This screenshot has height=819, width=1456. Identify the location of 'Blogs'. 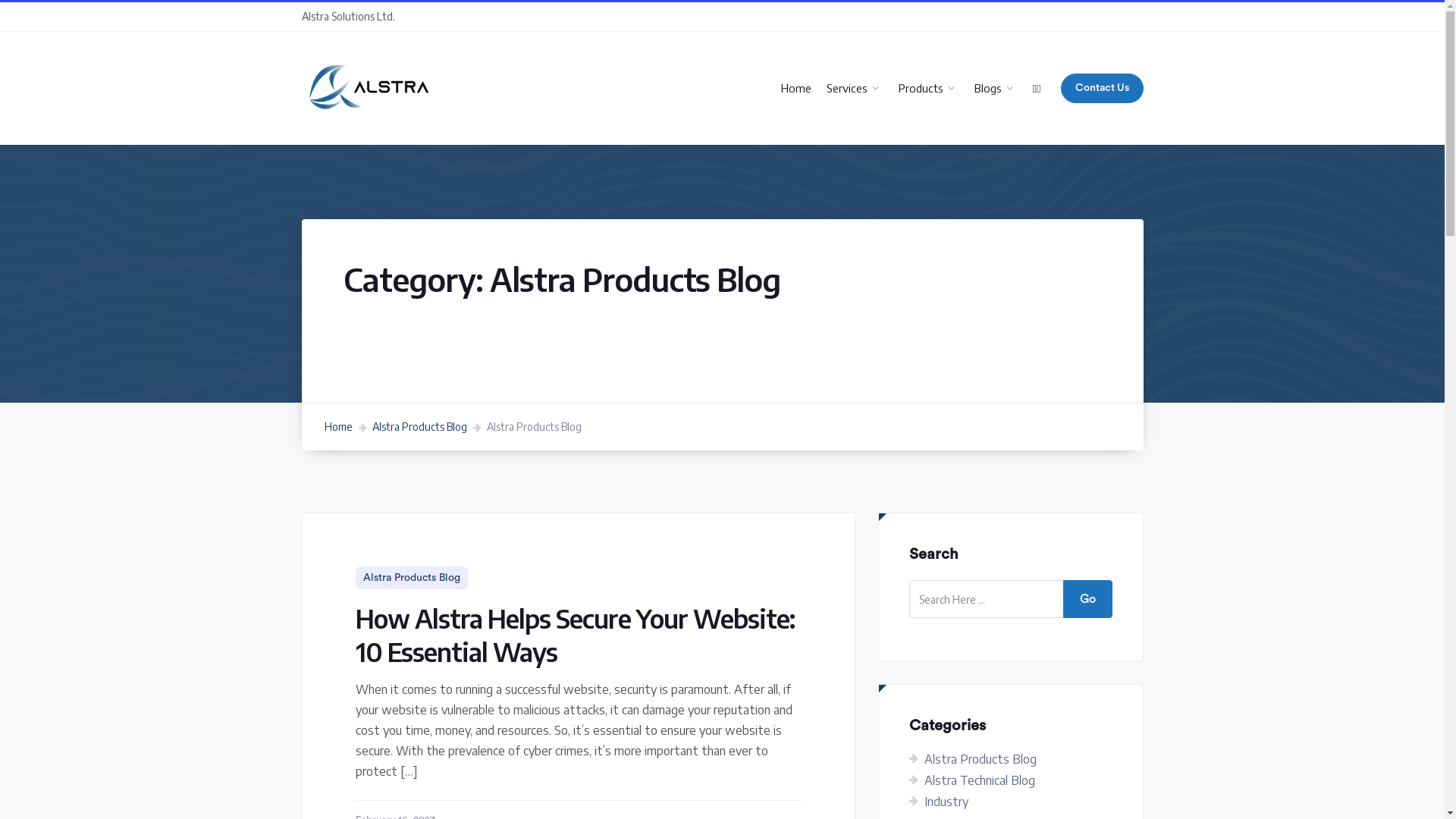
(996, 88).